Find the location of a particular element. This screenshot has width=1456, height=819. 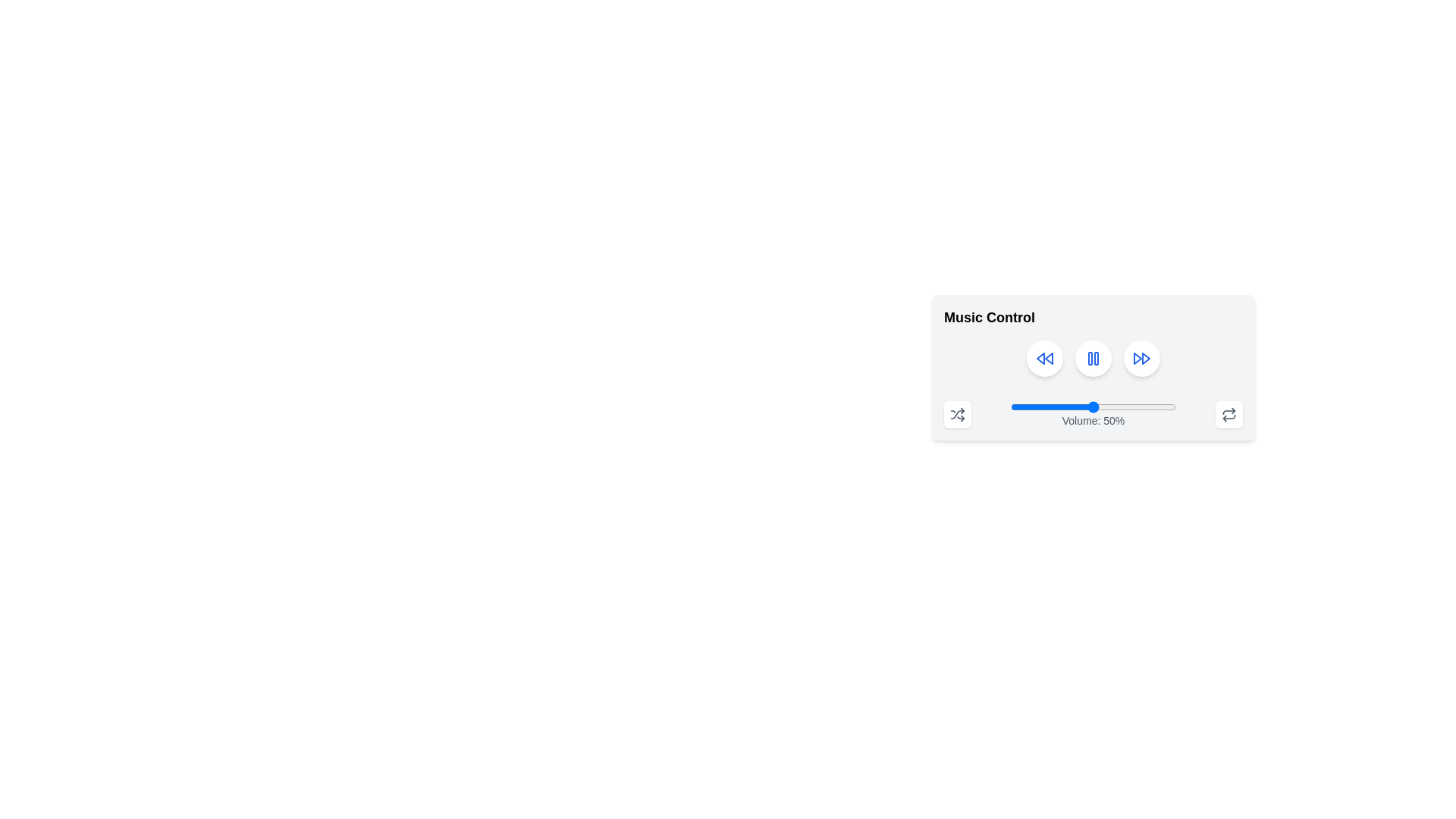

the circular pause button with a white background and blue pause icon in the music player control panel is located at coordinates (1093, 359).